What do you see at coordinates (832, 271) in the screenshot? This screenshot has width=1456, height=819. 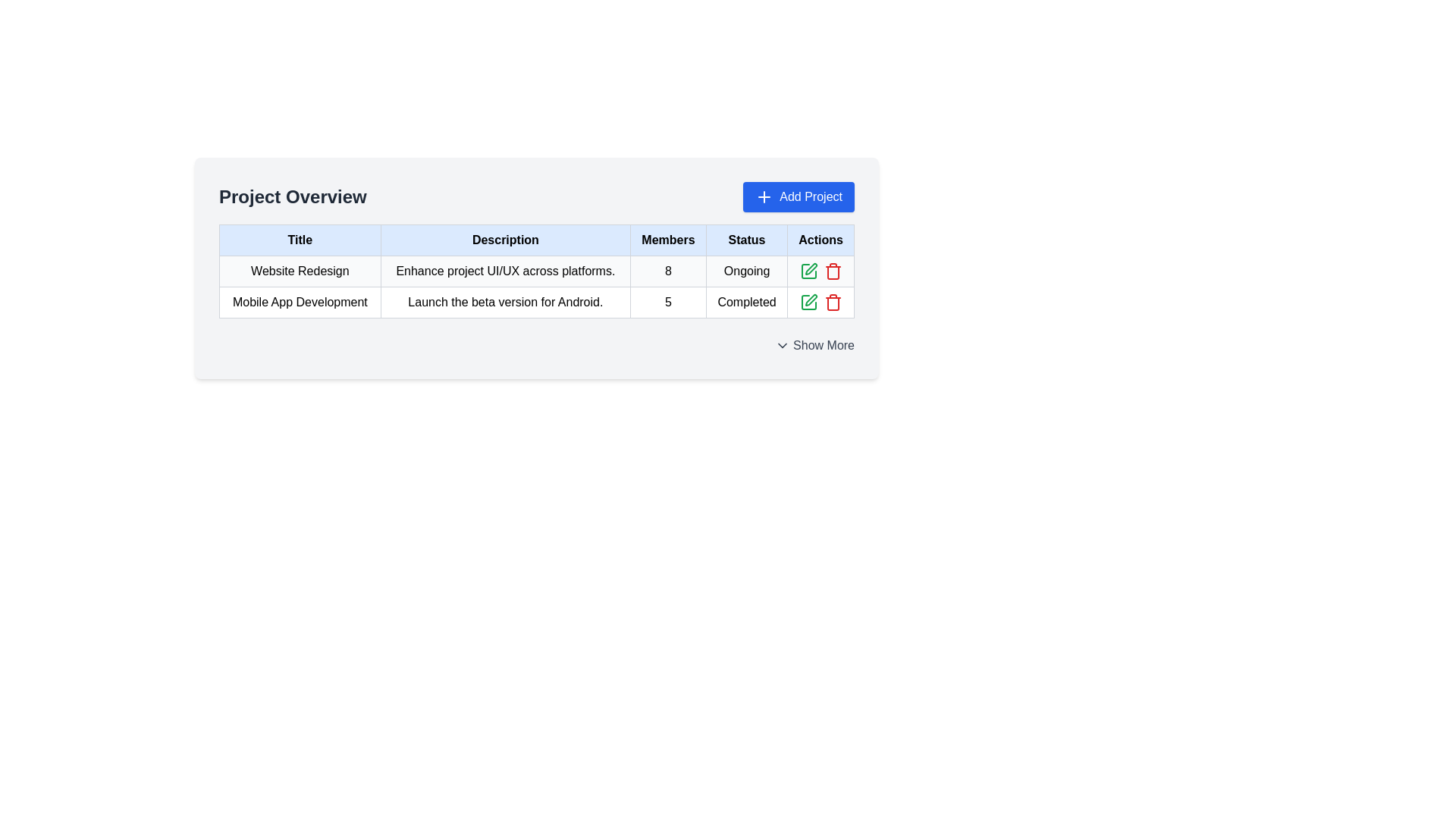 I see `the red trash can icon in the Actions column of the 'Mobile App Development' row to initiate a delete action` at bounding box center [832, 271].